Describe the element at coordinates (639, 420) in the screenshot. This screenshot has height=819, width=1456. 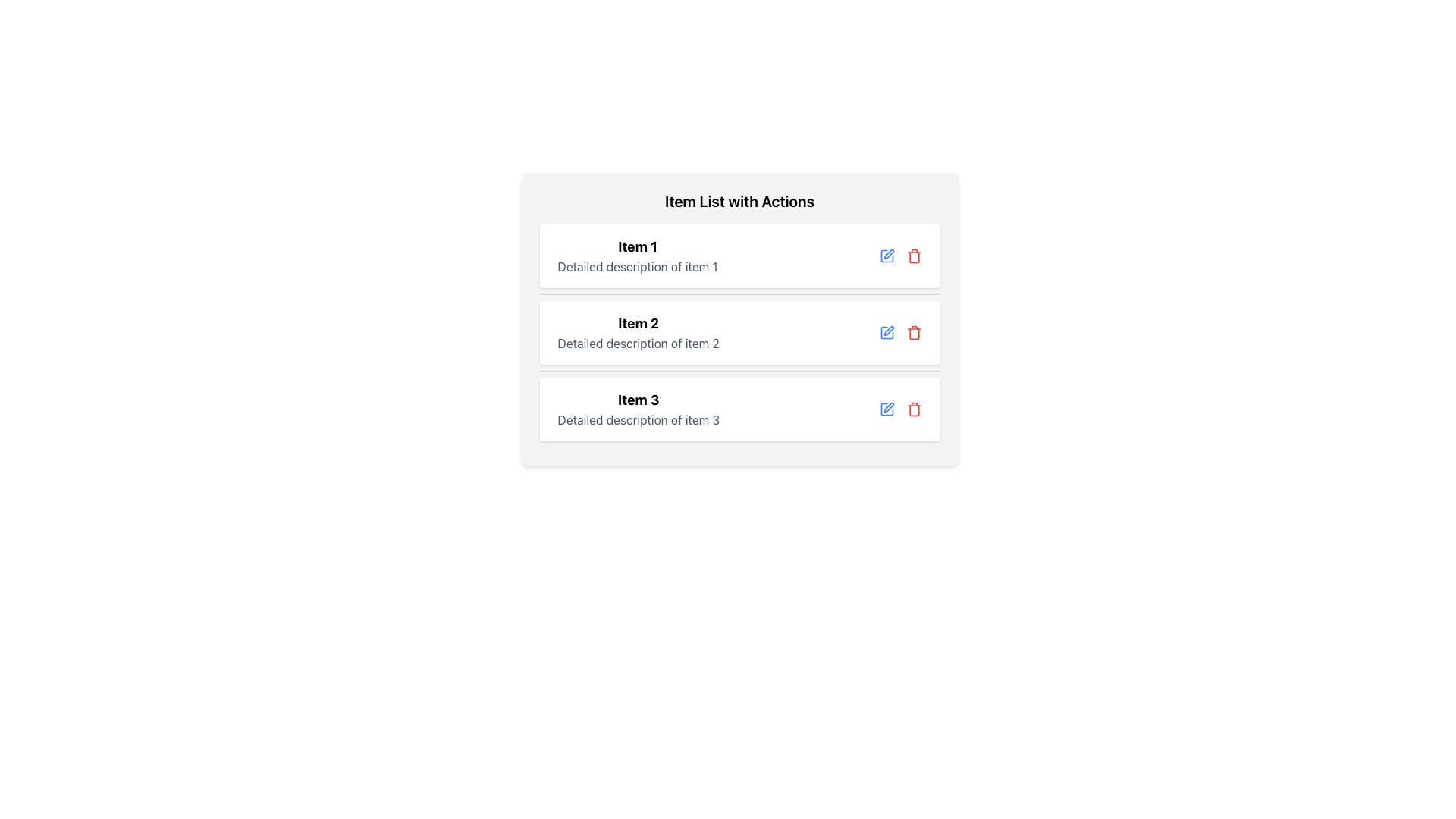
I see `the text element located beneath 'Item 3' in a structured format` at that location.